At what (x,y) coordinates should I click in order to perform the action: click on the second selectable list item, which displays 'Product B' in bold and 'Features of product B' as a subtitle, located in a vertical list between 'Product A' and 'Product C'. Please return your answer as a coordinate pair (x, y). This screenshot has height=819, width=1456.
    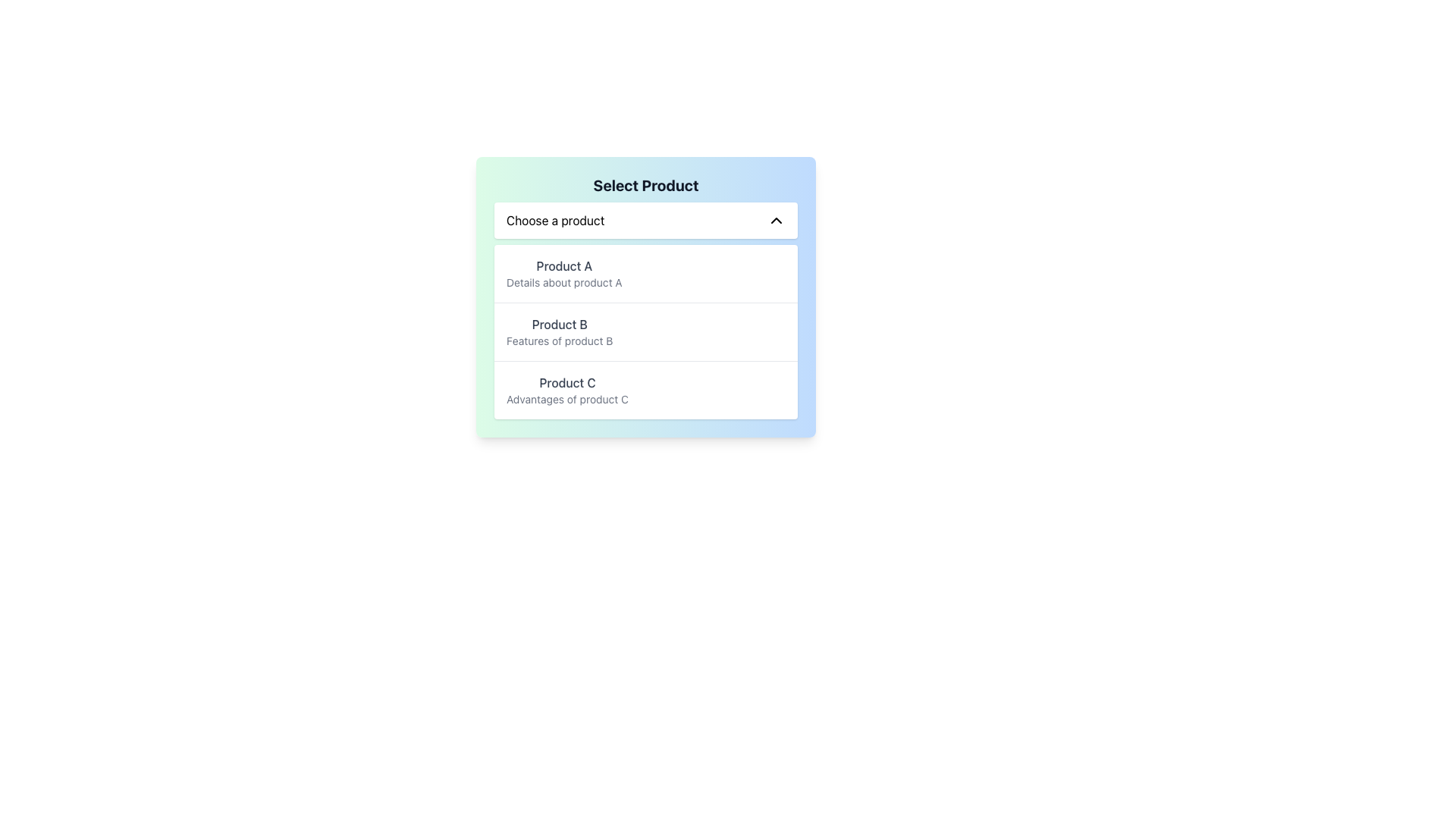
    Looking at the image, I should click on (645, 331).